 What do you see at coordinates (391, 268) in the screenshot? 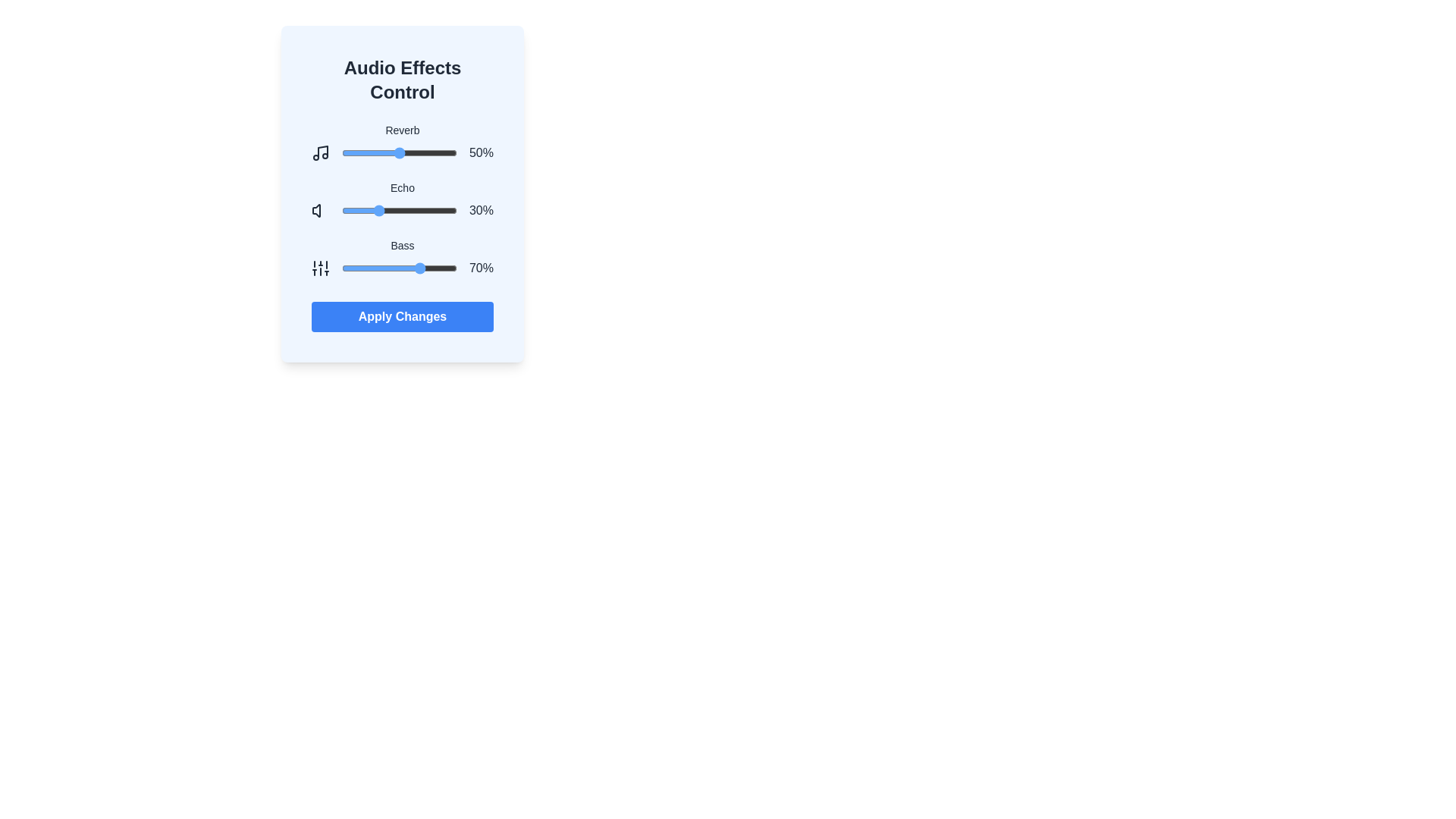
I see `the bass level` at bounding box center [391, 268].